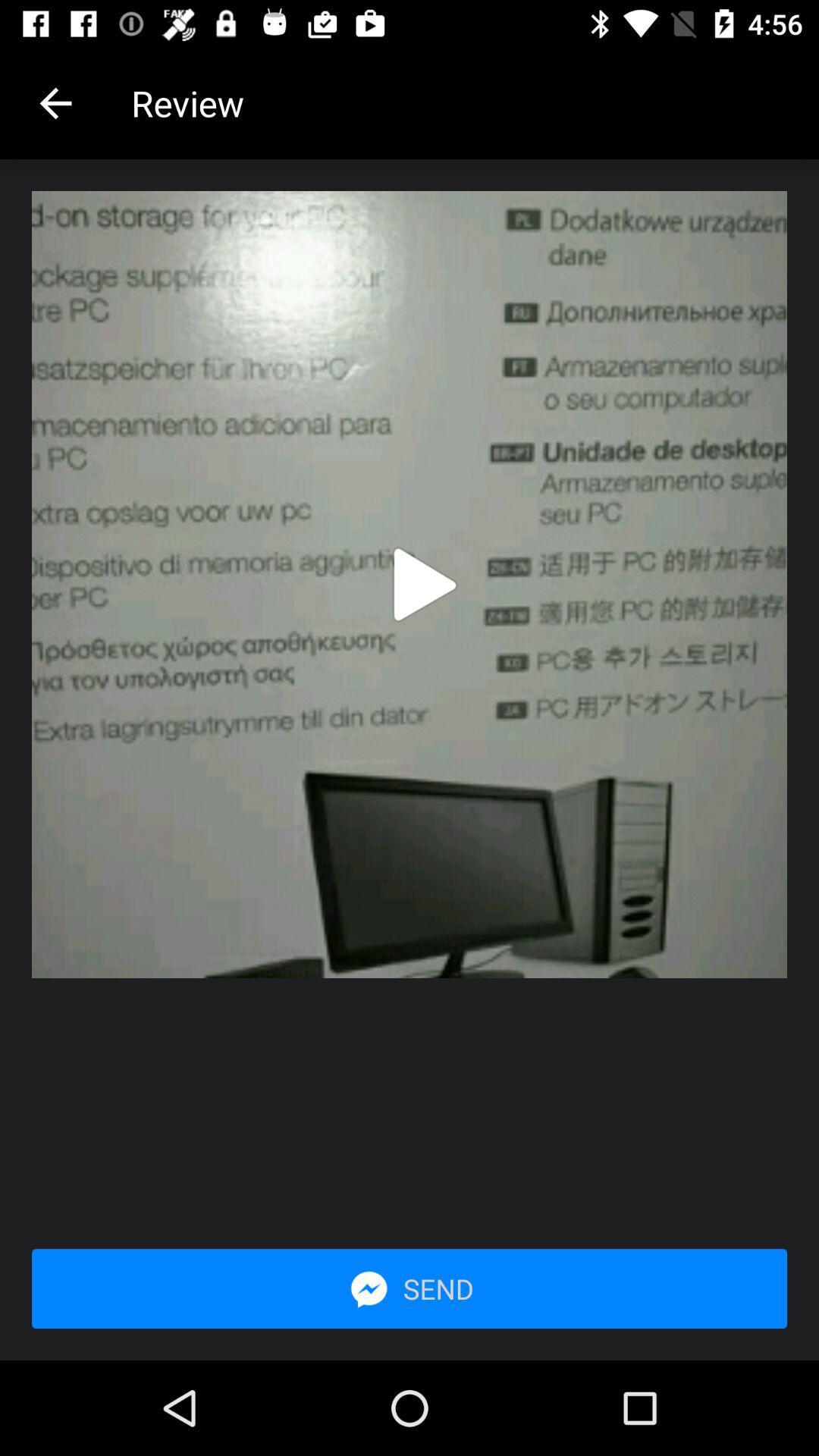  I want to click on preview video, so click(425, 584).